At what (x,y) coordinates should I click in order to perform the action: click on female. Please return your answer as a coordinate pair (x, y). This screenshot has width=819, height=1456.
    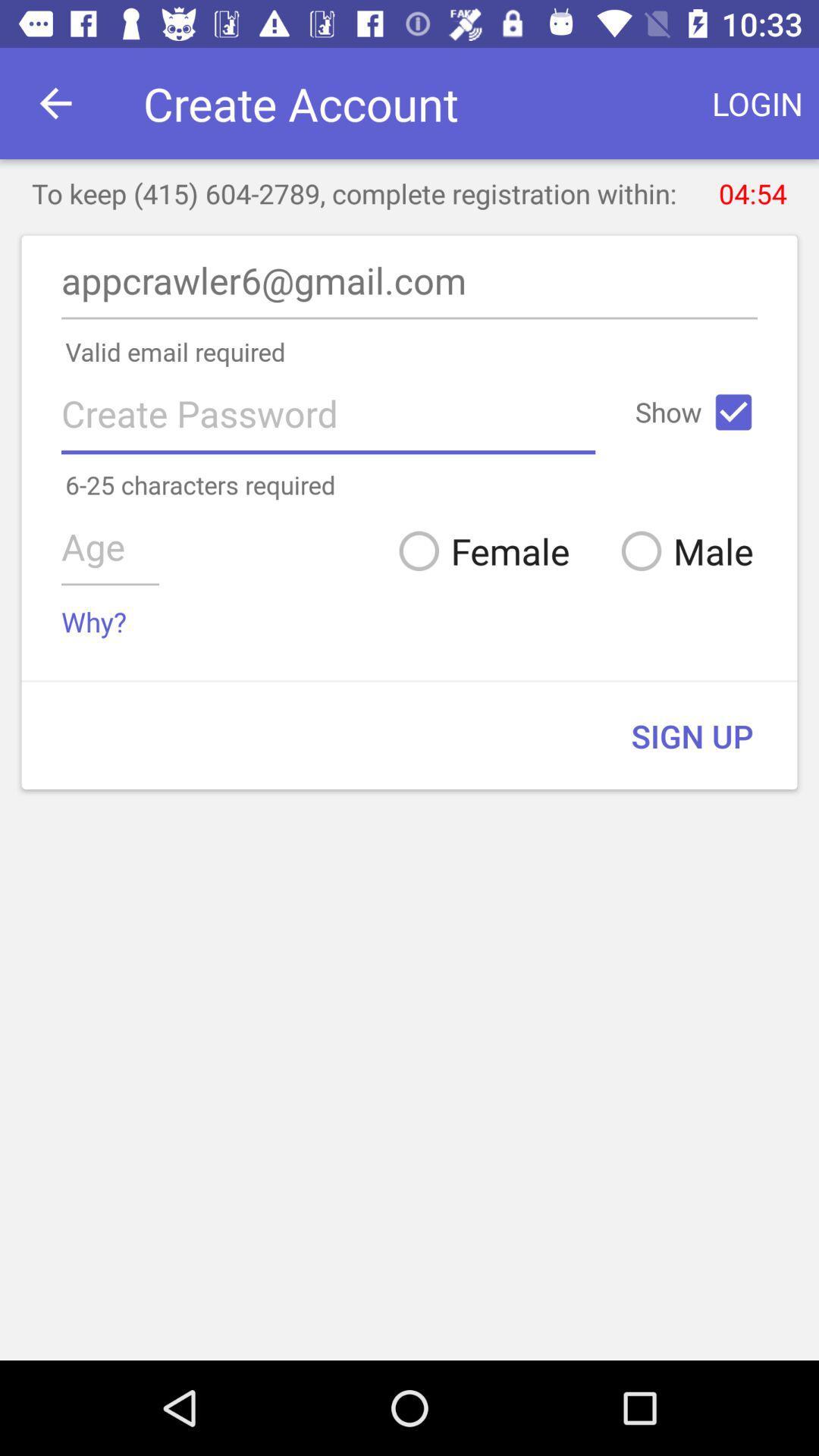
    Looking at the image, I should click on (479, 550).